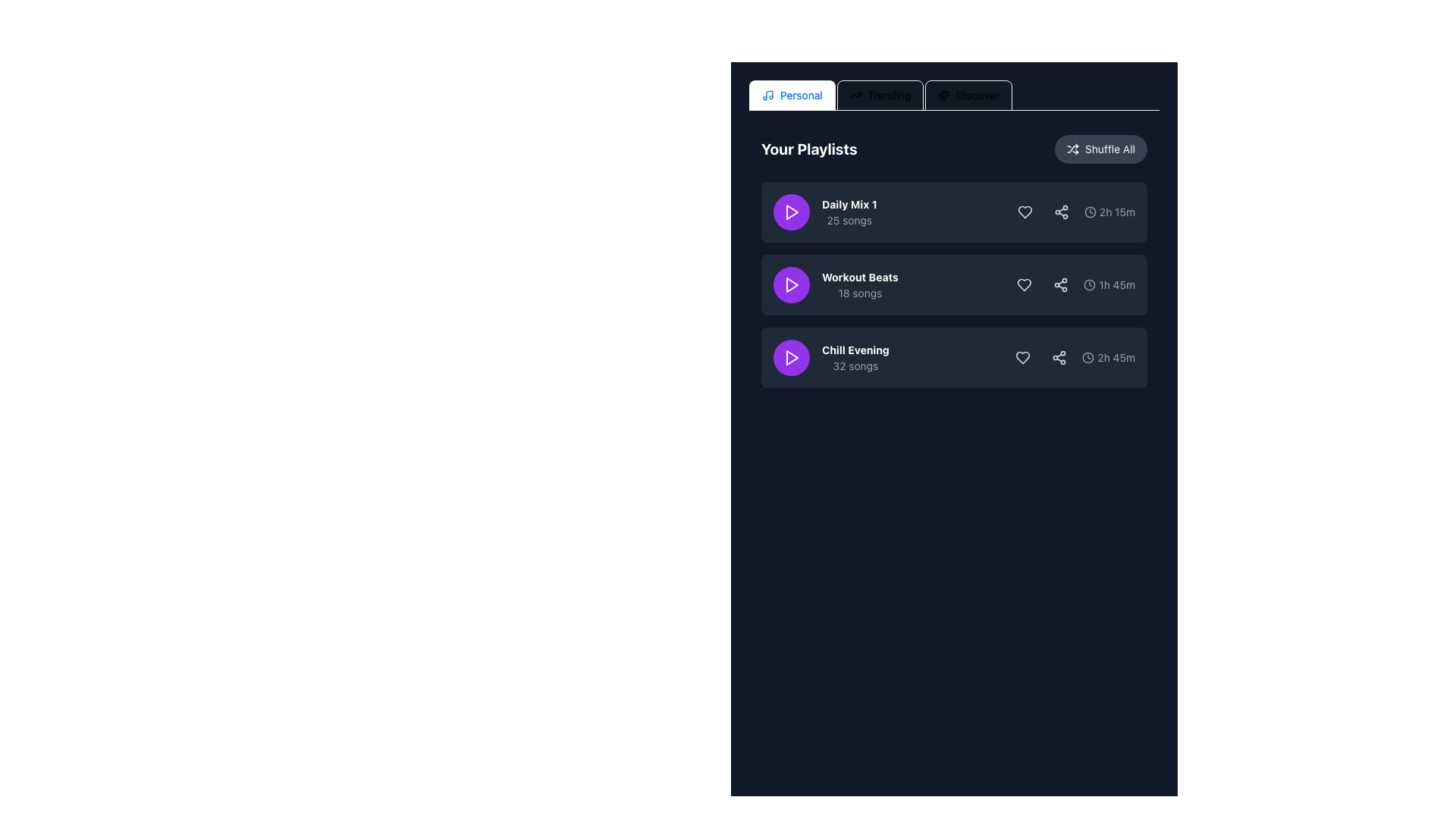  I want to click on the informational text label displaying 'Chill Evening' with '32 songs' in the 'Your Playlists' section, so click(855, 357).